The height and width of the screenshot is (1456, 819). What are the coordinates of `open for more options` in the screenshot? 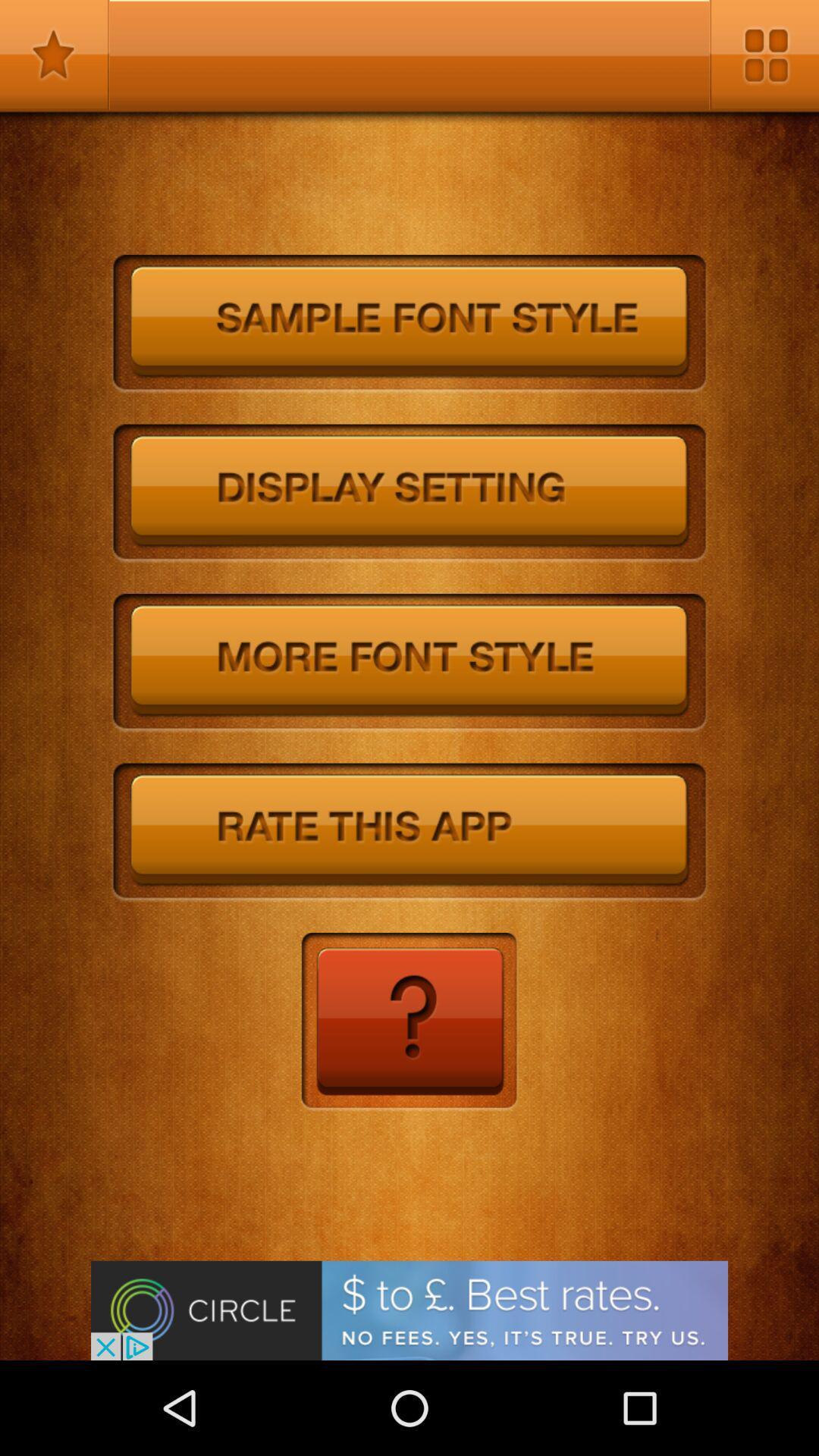 It's located at (764, 55).